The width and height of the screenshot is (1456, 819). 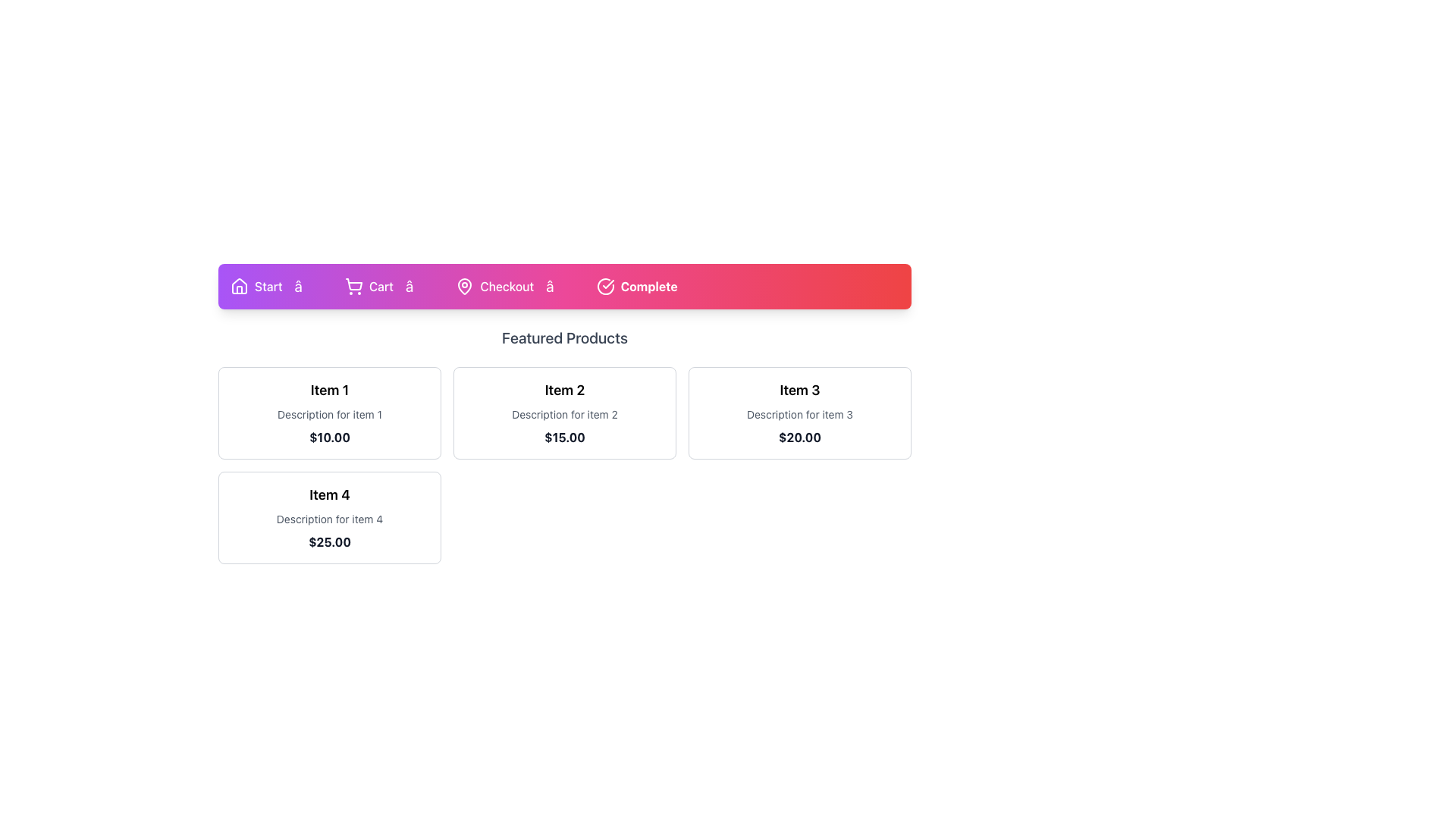 What do you see at coordinates (563, 415) in the screenshot?
I see `text label displaying 'Description for item 2' located below the title 'Item 2' and above the price '$15.00' in the 'Featured Products' section` at bounding box center [563, 415].